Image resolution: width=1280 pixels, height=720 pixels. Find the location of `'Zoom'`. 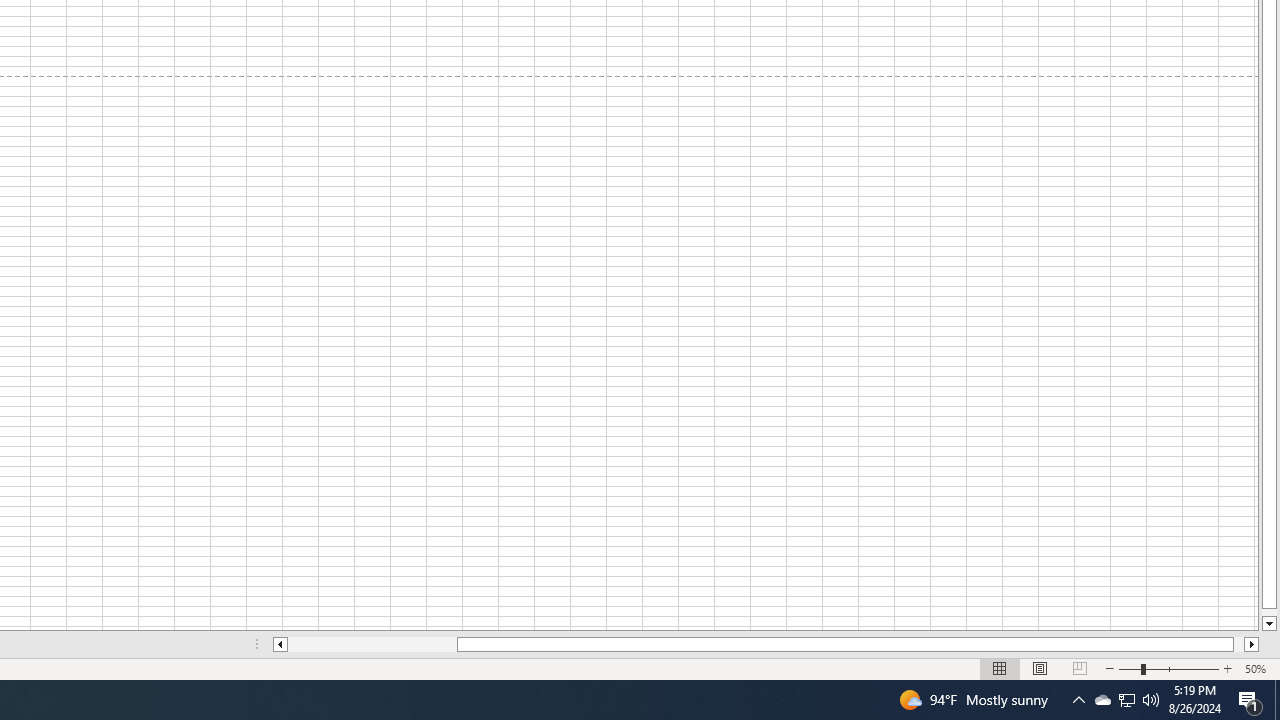

'Zoom' is located at coordinates (1168, 669).